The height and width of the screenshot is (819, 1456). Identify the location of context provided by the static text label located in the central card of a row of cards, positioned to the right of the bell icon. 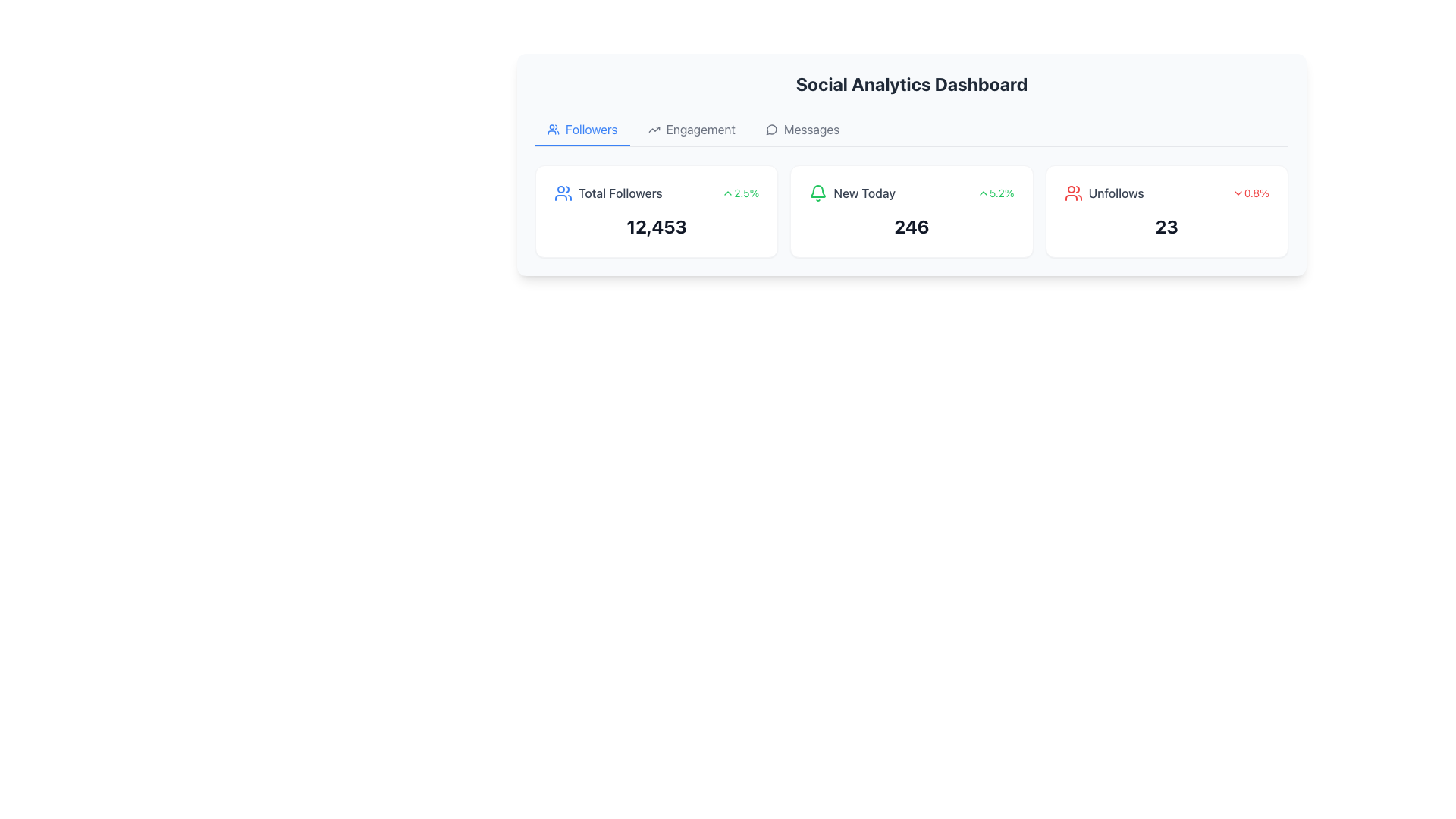
(864, 192).